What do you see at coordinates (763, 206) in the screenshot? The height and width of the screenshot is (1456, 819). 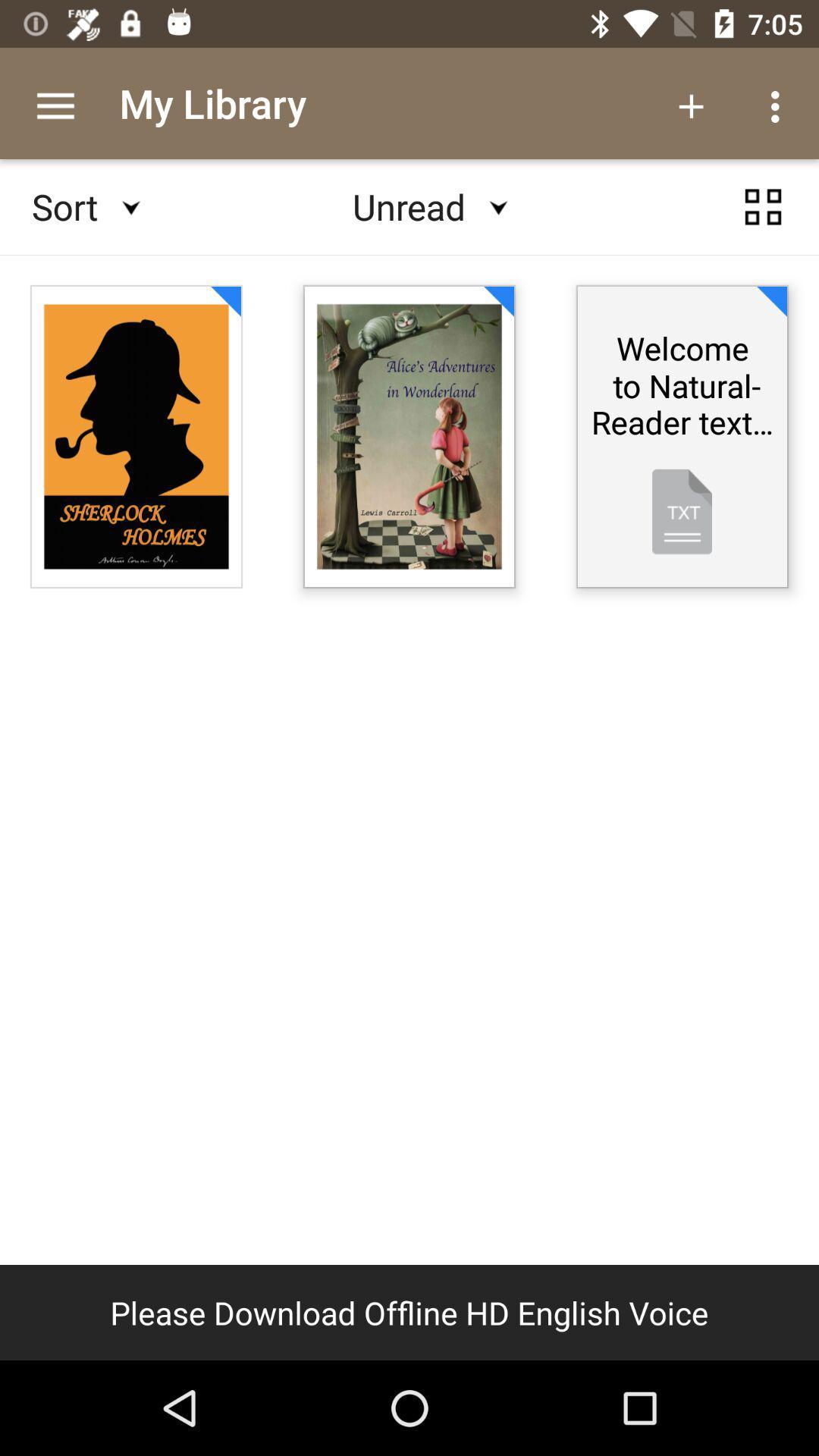 I see `menu option` at bounding box center [763, 206].